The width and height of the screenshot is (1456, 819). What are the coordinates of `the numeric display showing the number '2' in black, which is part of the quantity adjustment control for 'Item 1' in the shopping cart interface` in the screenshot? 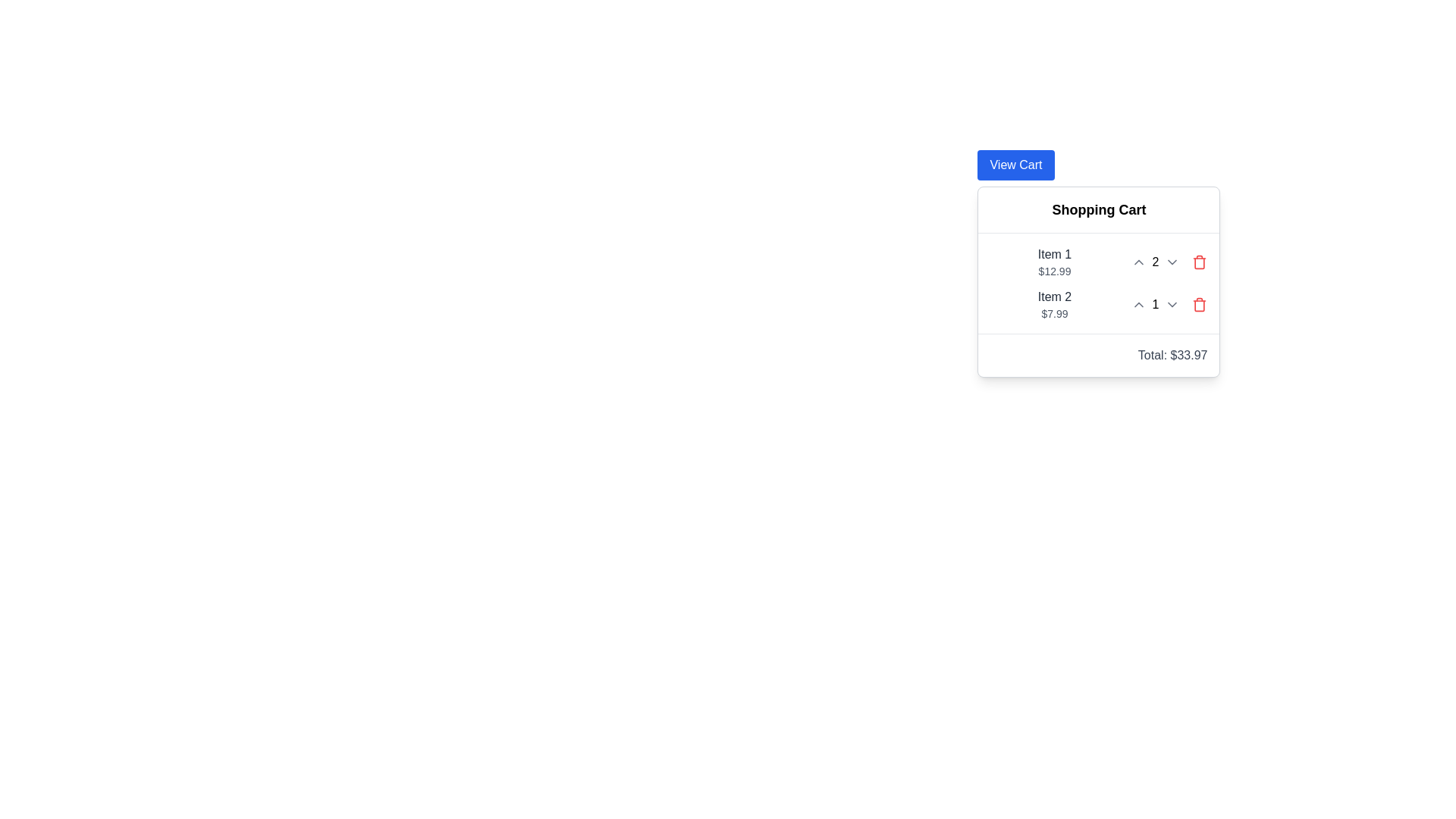 It's located at (1155, 262).